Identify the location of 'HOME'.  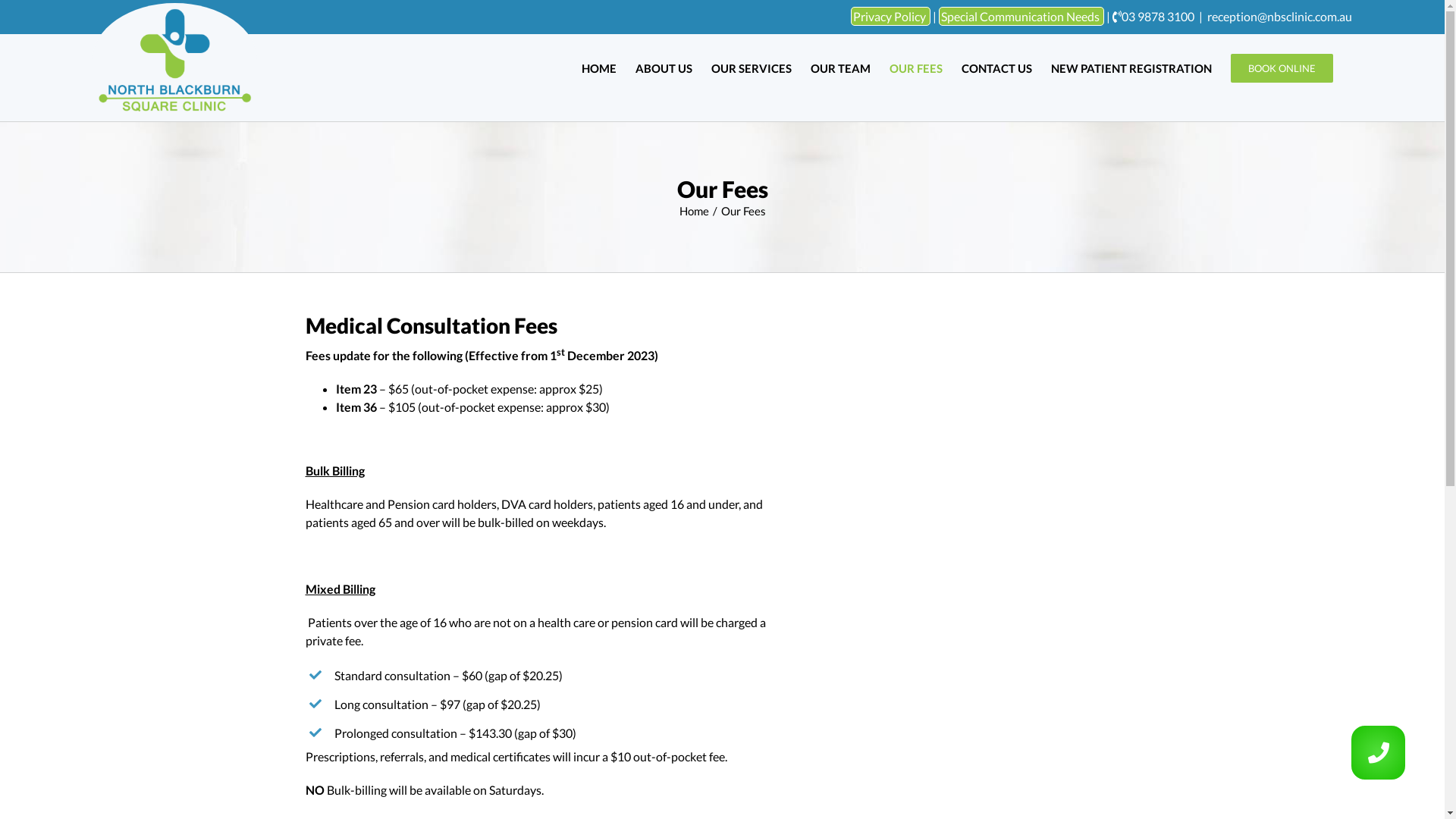
(598, 67).